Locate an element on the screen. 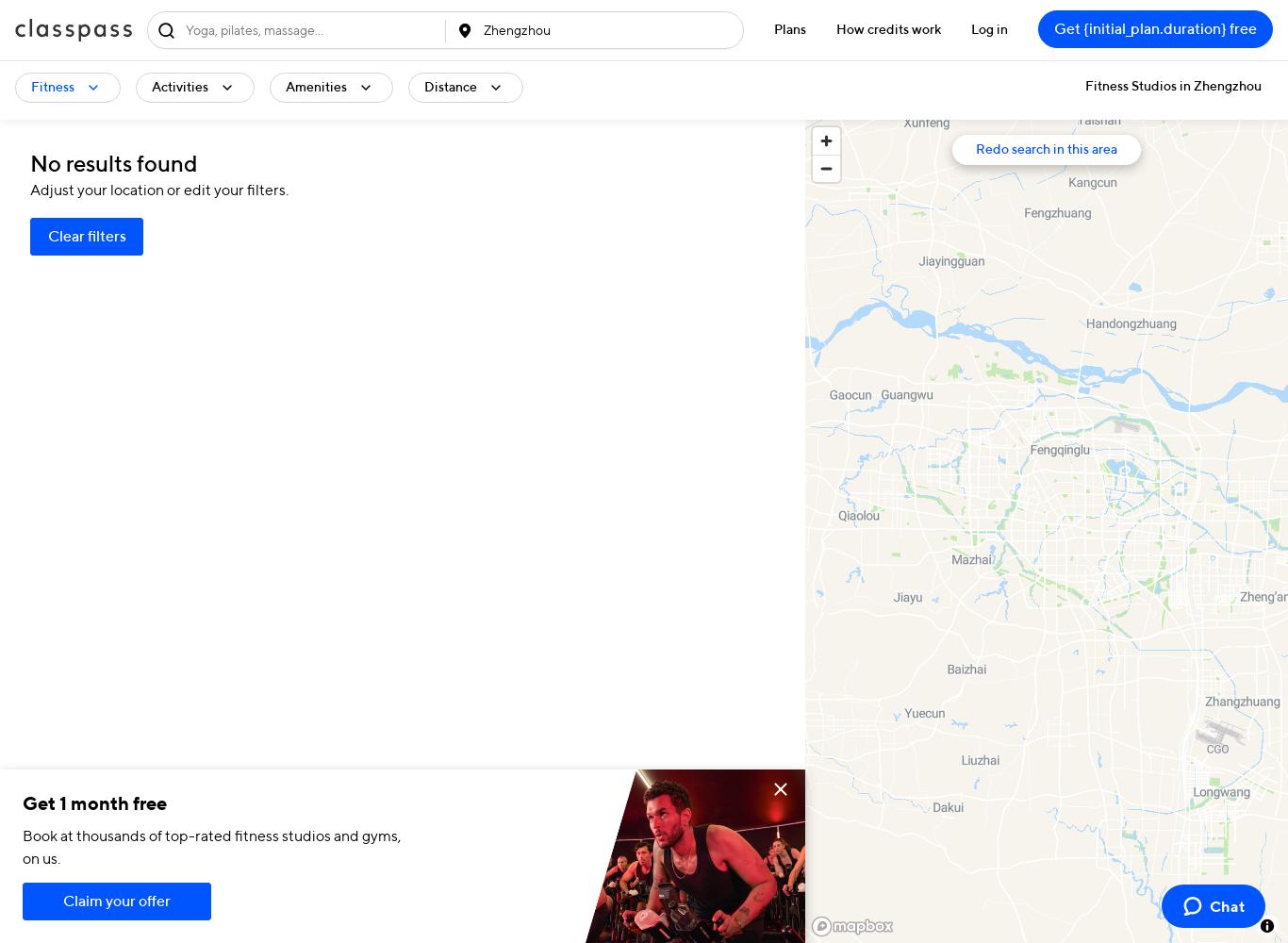 The width and height of the screenshot is (1288, 943). 'Fitness Studios in Zhengzhou' is located at coordinates (1173, 86).